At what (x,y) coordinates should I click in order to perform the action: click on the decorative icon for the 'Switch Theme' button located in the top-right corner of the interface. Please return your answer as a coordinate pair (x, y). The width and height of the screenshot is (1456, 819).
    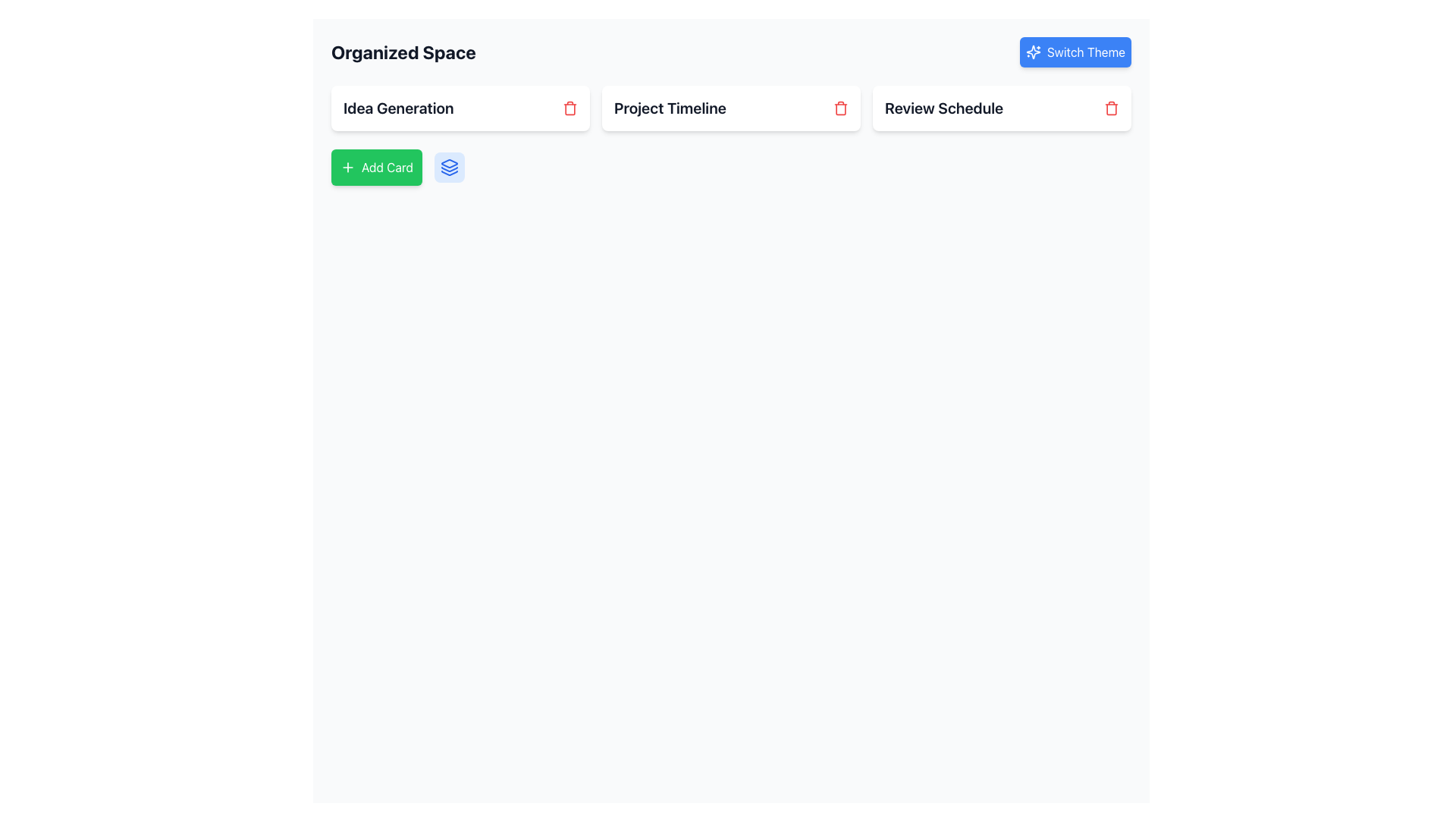
    Looking at the image, I should click on (1032, 52).